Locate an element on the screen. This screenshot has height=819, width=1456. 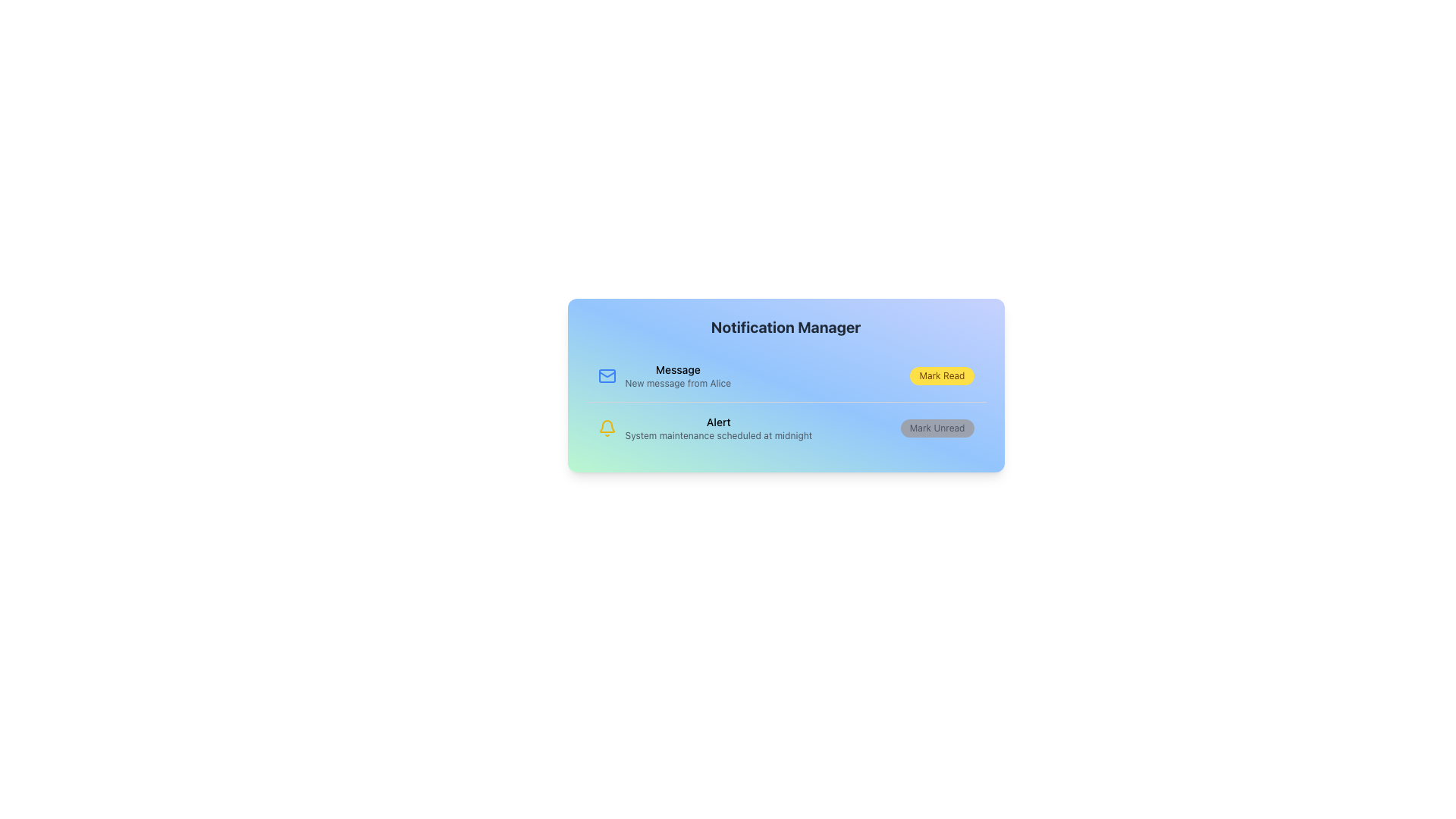
the Notification panel that displays 'Alert' and 'System maintenance scheduled at midnight', located in the bottom-left quadrant of the notification manager interface is located at coordinates (704, 428).